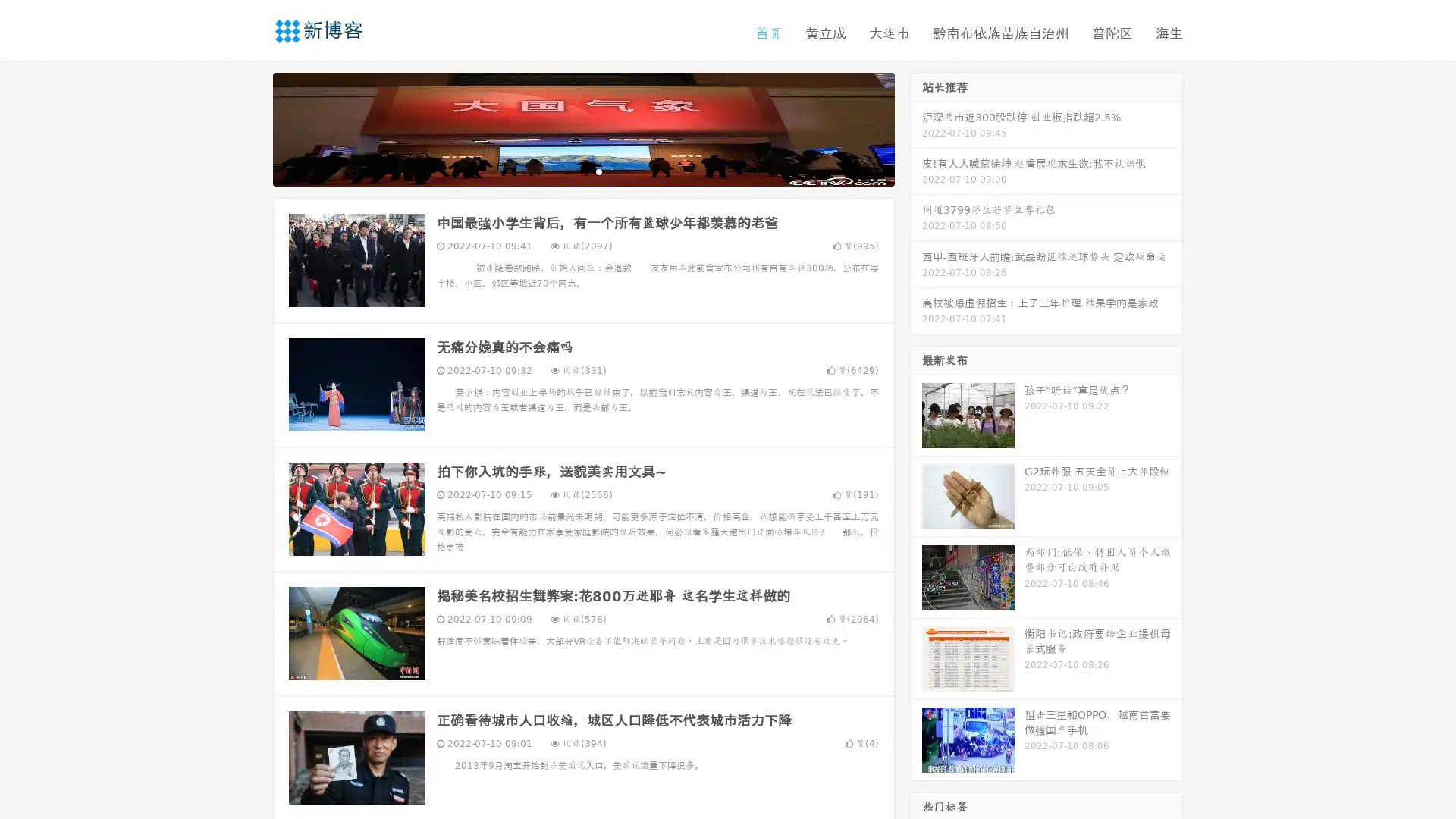 Image resolution: width=1456 pixels, height=819 pixels. Describe the element at coordinates (598, 171) in the screenshot. I see `Go to slide 3` at that location.